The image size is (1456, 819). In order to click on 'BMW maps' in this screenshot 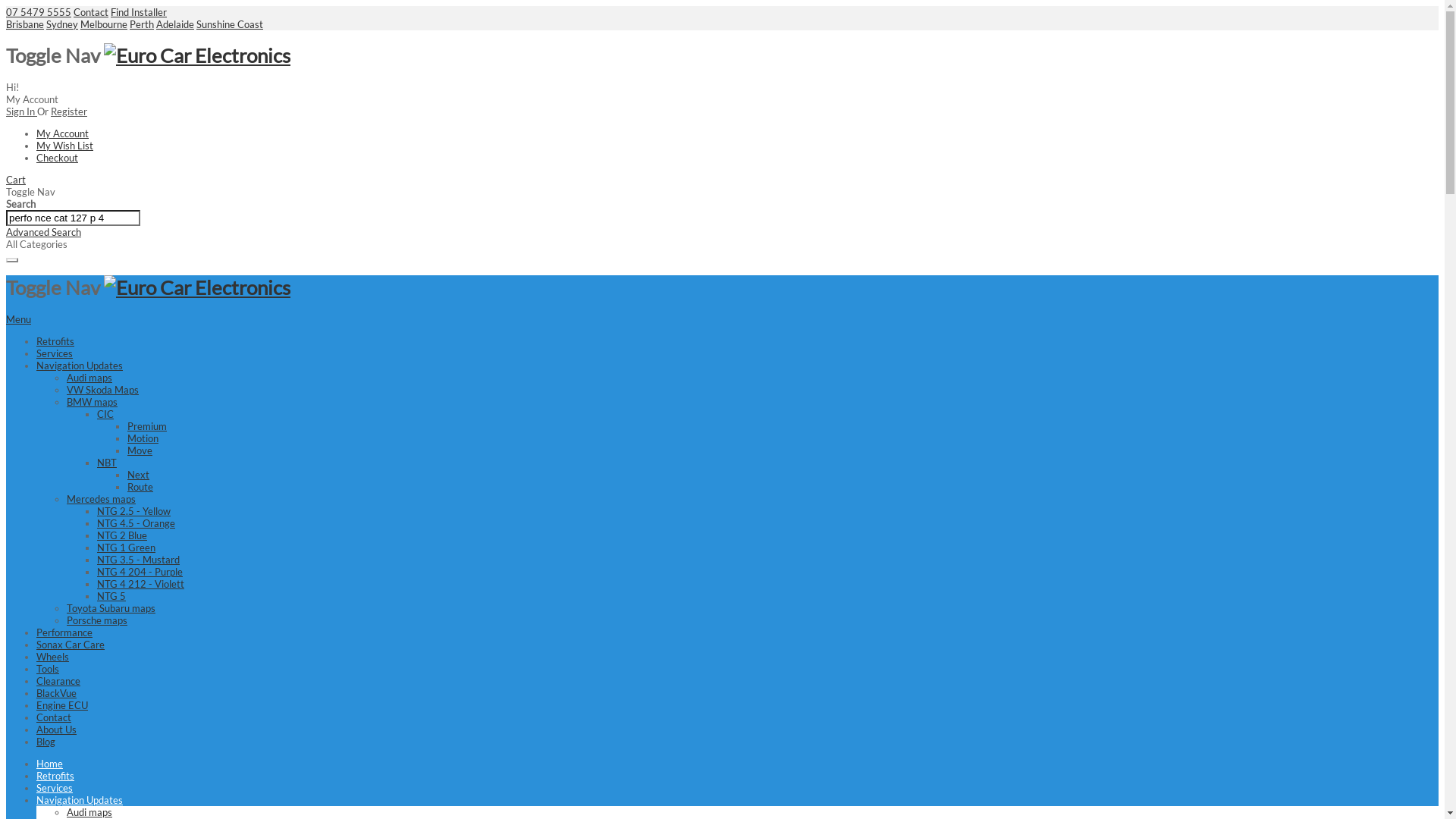, I will do `click(91, 400)`.